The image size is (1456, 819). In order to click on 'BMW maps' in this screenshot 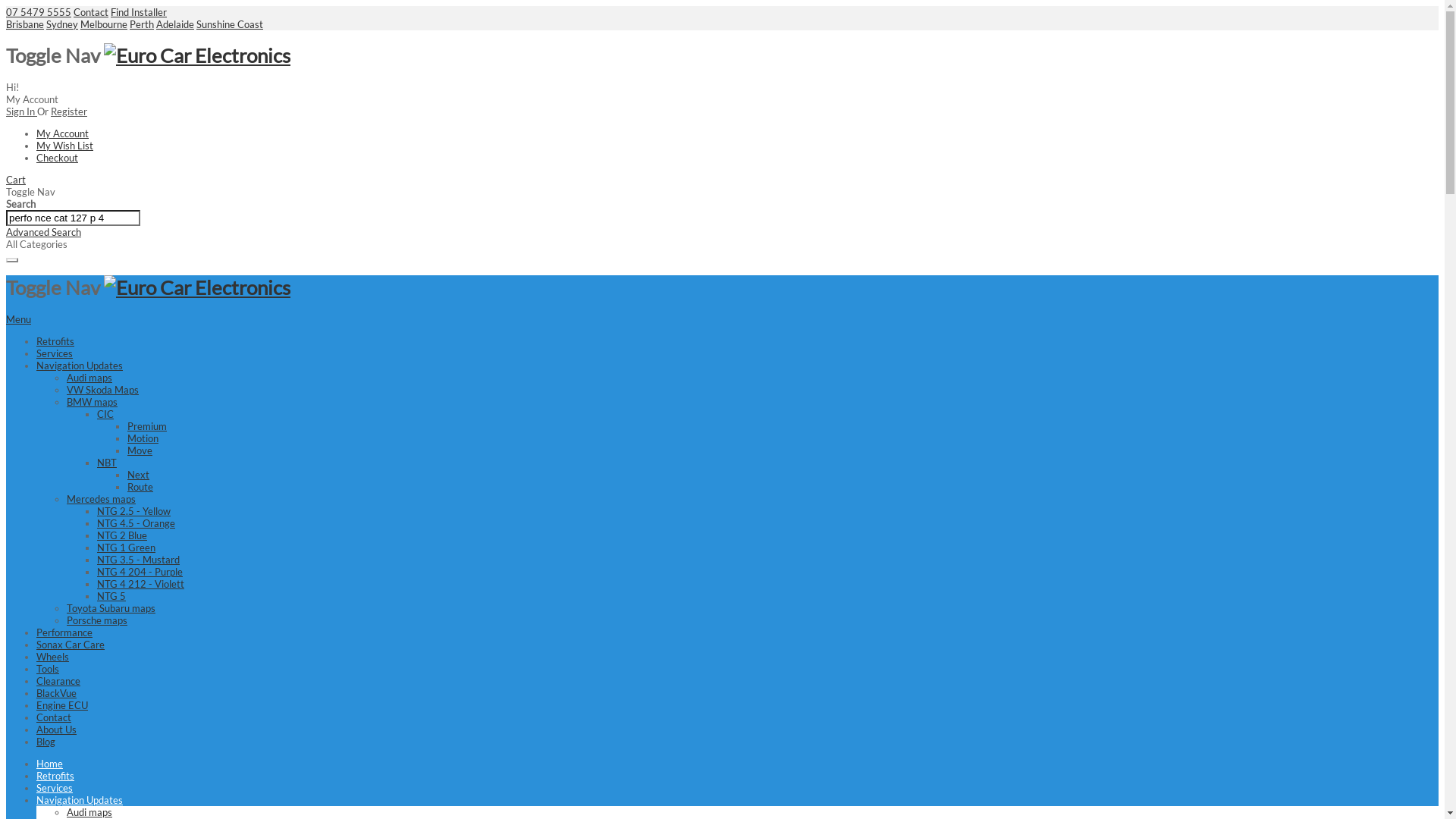, I will do `click(91, 400)`.